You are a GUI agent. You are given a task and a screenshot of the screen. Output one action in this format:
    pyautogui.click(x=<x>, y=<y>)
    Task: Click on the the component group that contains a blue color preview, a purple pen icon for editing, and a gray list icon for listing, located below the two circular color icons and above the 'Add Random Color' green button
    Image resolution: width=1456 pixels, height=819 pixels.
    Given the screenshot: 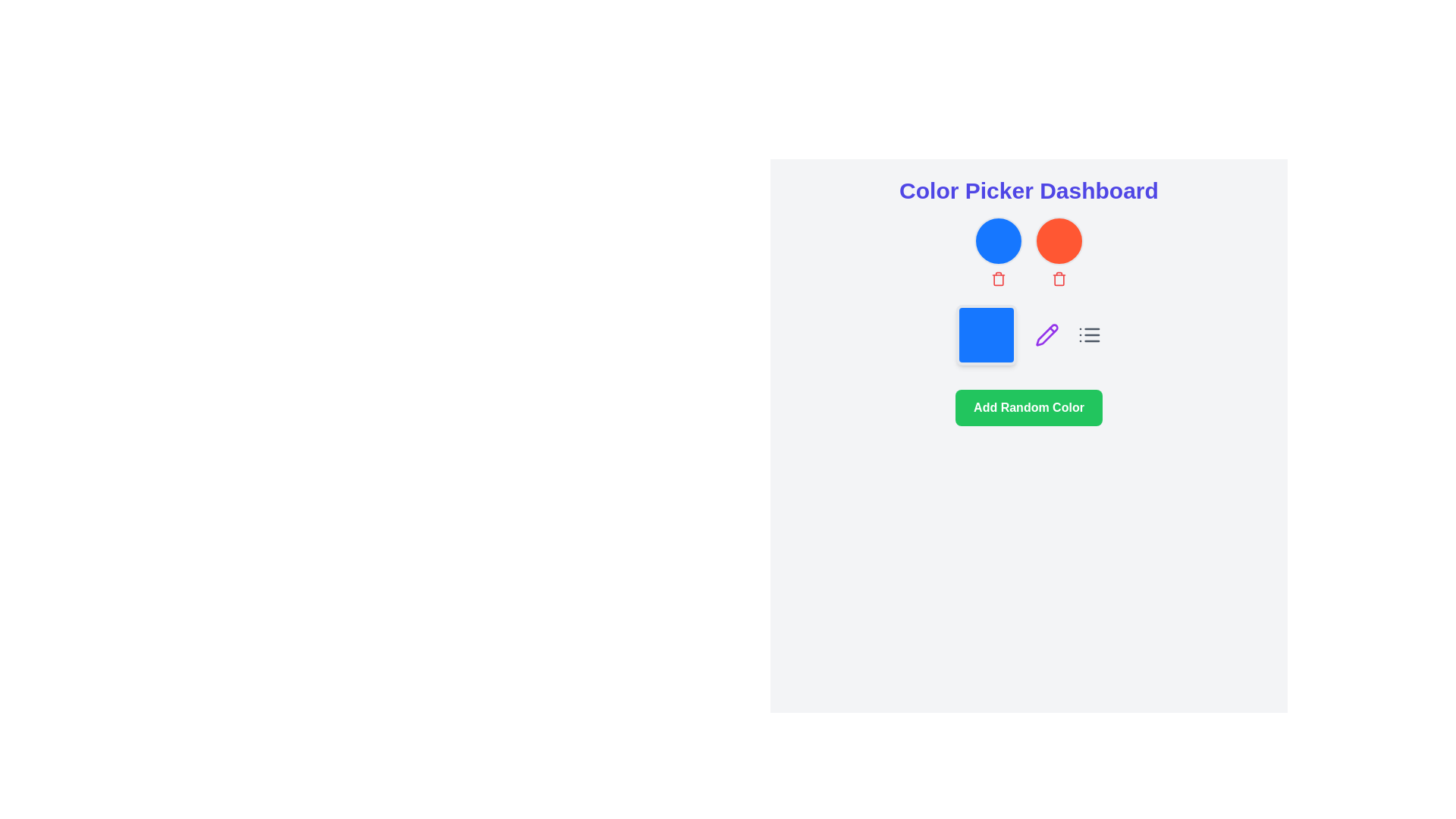 What is the action you would take?
    pyautogui.click(x=1029, y=334)
    